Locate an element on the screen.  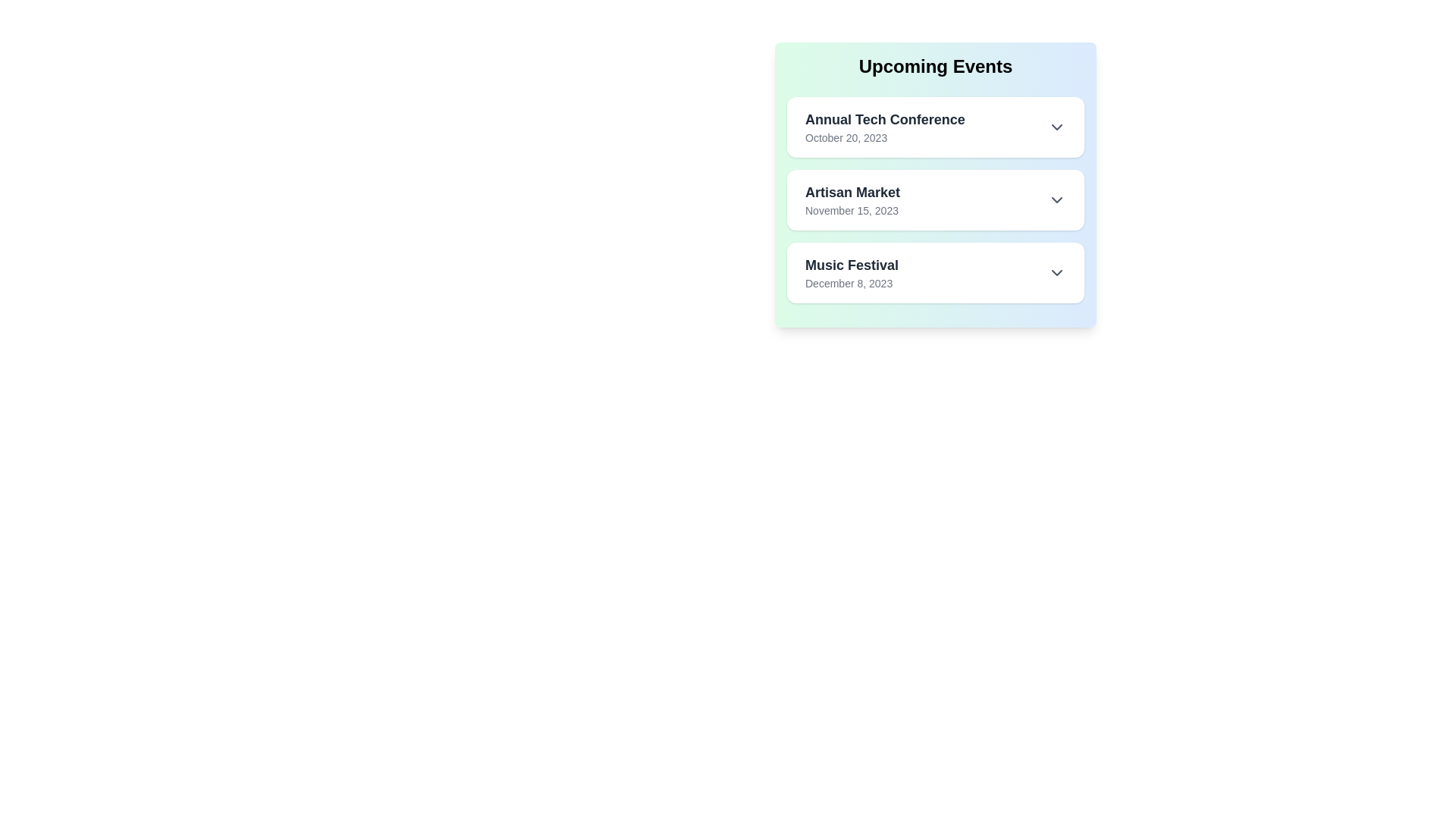
the text label displaying the date 'December 8, 2023' that is positioned under the title 'Music Festival' in the event card is located at coordinates (852, 284).